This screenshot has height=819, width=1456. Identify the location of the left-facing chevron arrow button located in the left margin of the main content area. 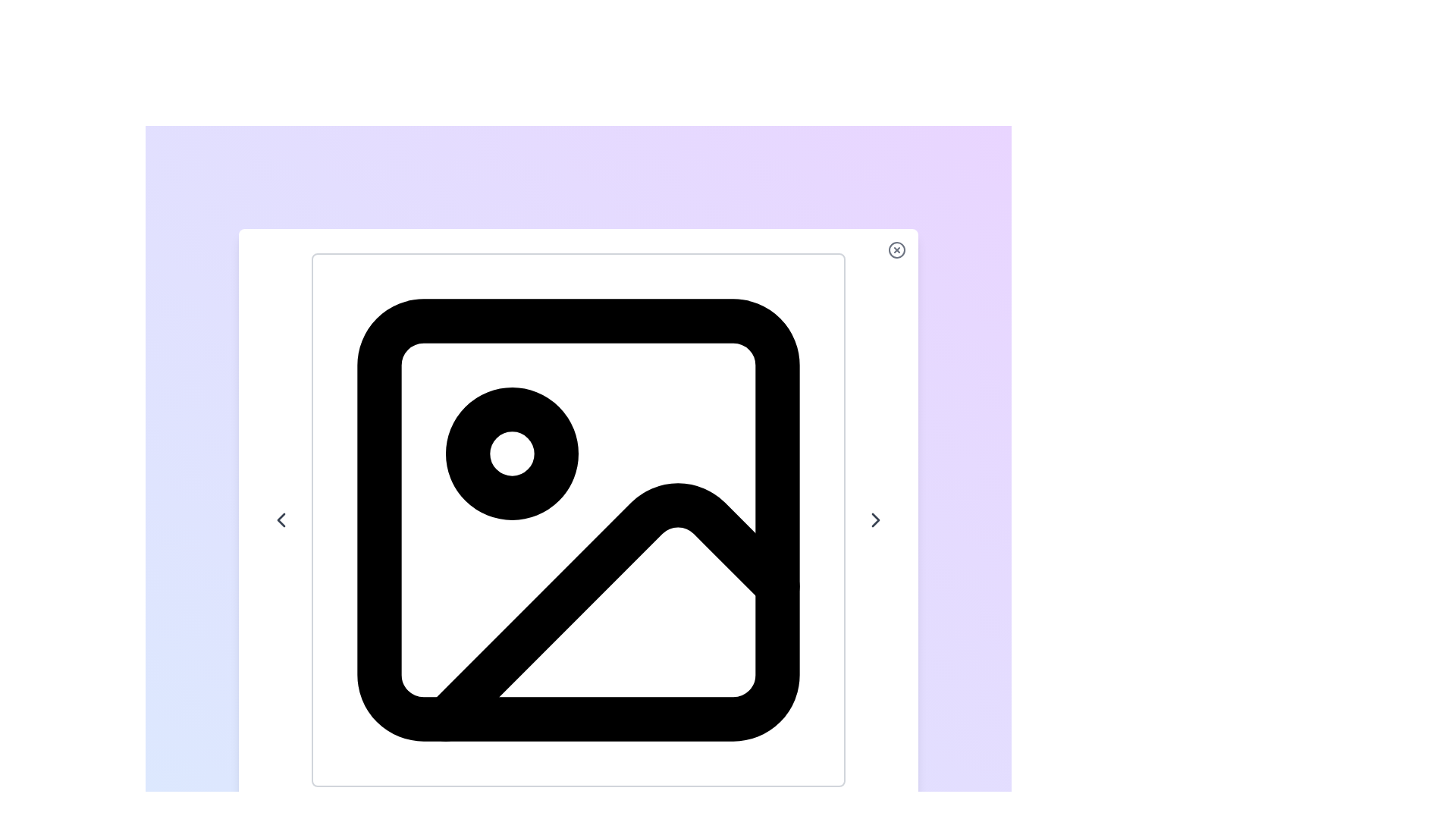
(281, 519).